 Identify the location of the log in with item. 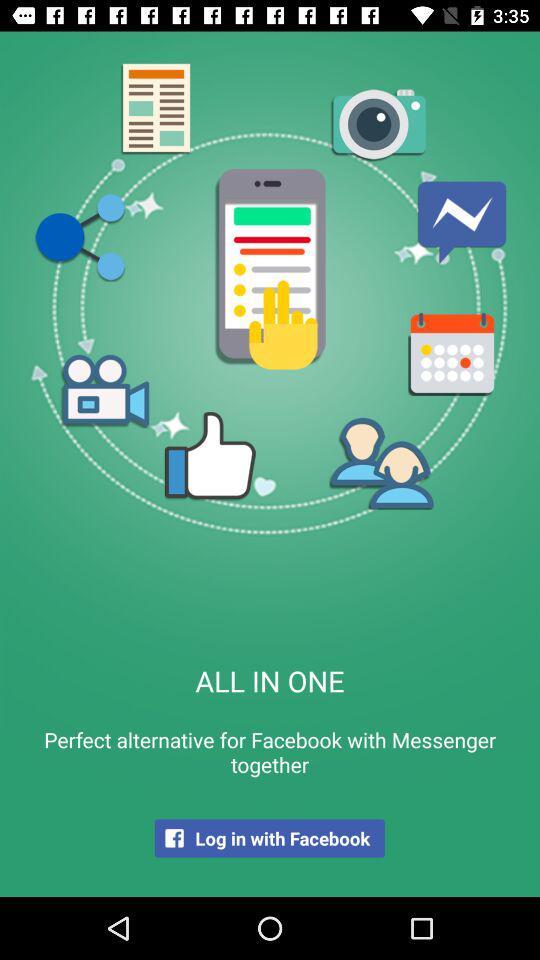
(269, 838).